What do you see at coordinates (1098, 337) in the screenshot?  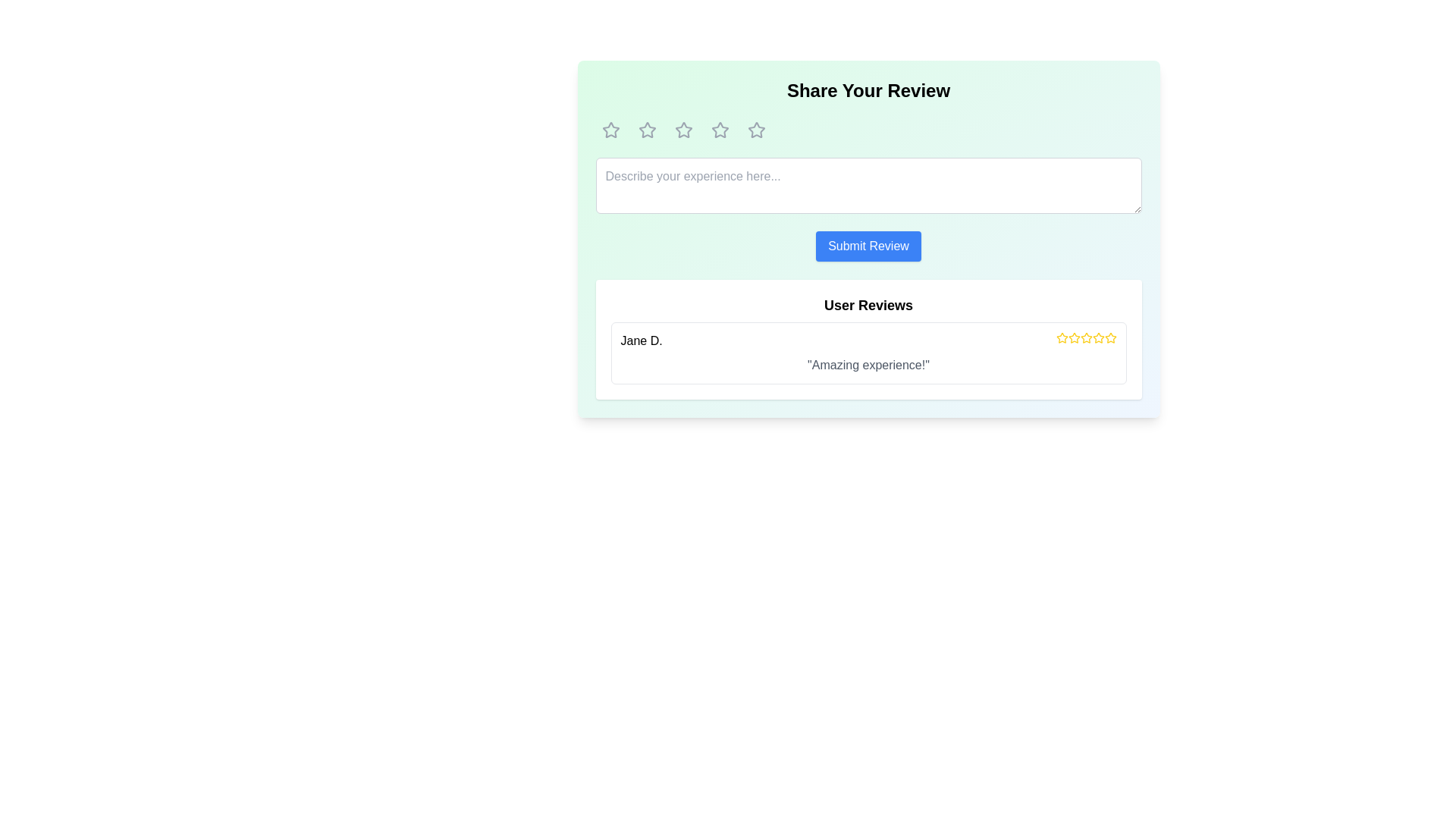 I see `the yellow star icon, which is the fourth star in the rating system under the 'Jane D.' user review section` at bounding box center [1098, 337].